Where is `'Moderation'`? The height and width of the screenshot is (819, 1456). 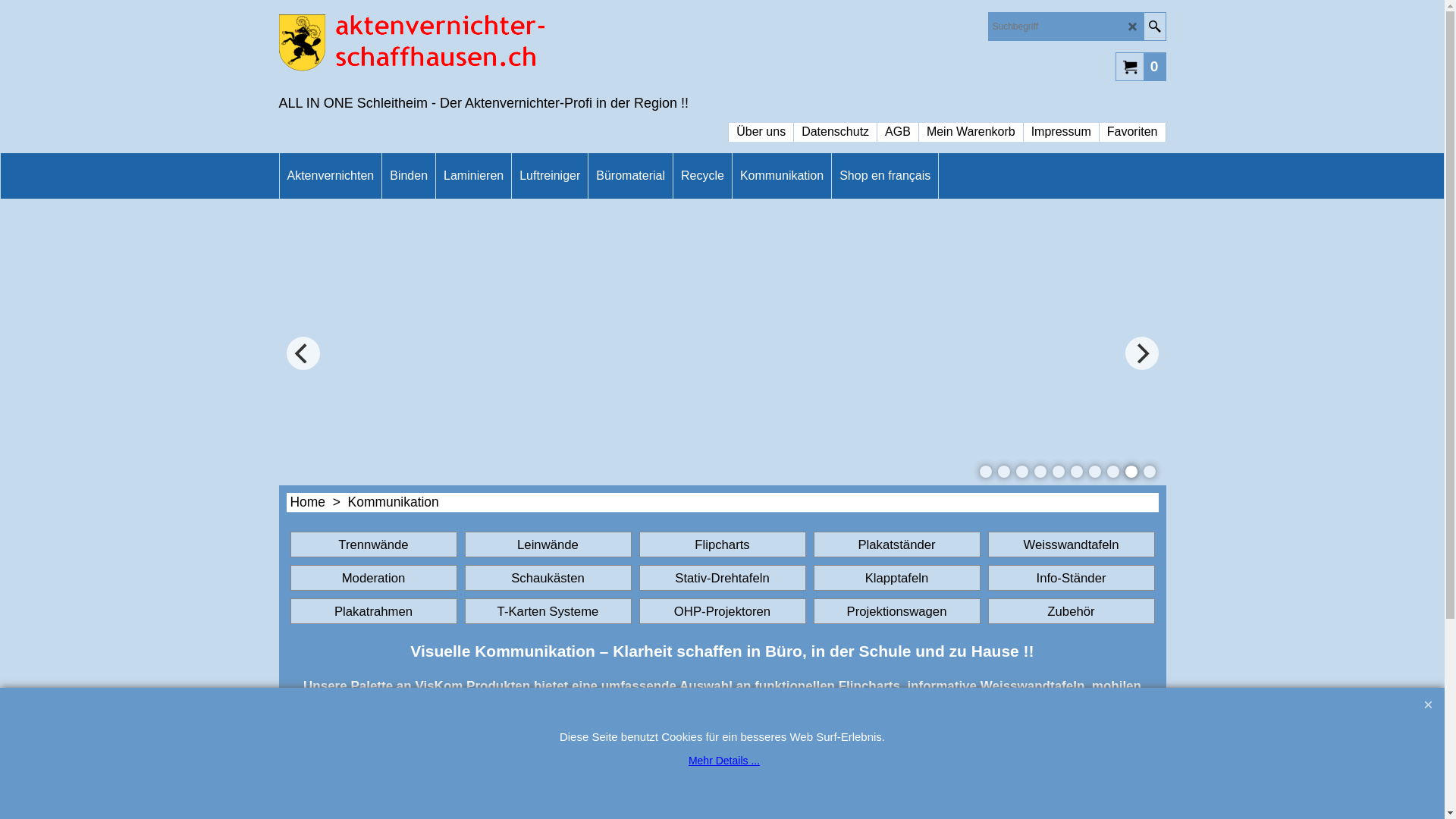
'Moderation' is located at coordinates (372, 578).